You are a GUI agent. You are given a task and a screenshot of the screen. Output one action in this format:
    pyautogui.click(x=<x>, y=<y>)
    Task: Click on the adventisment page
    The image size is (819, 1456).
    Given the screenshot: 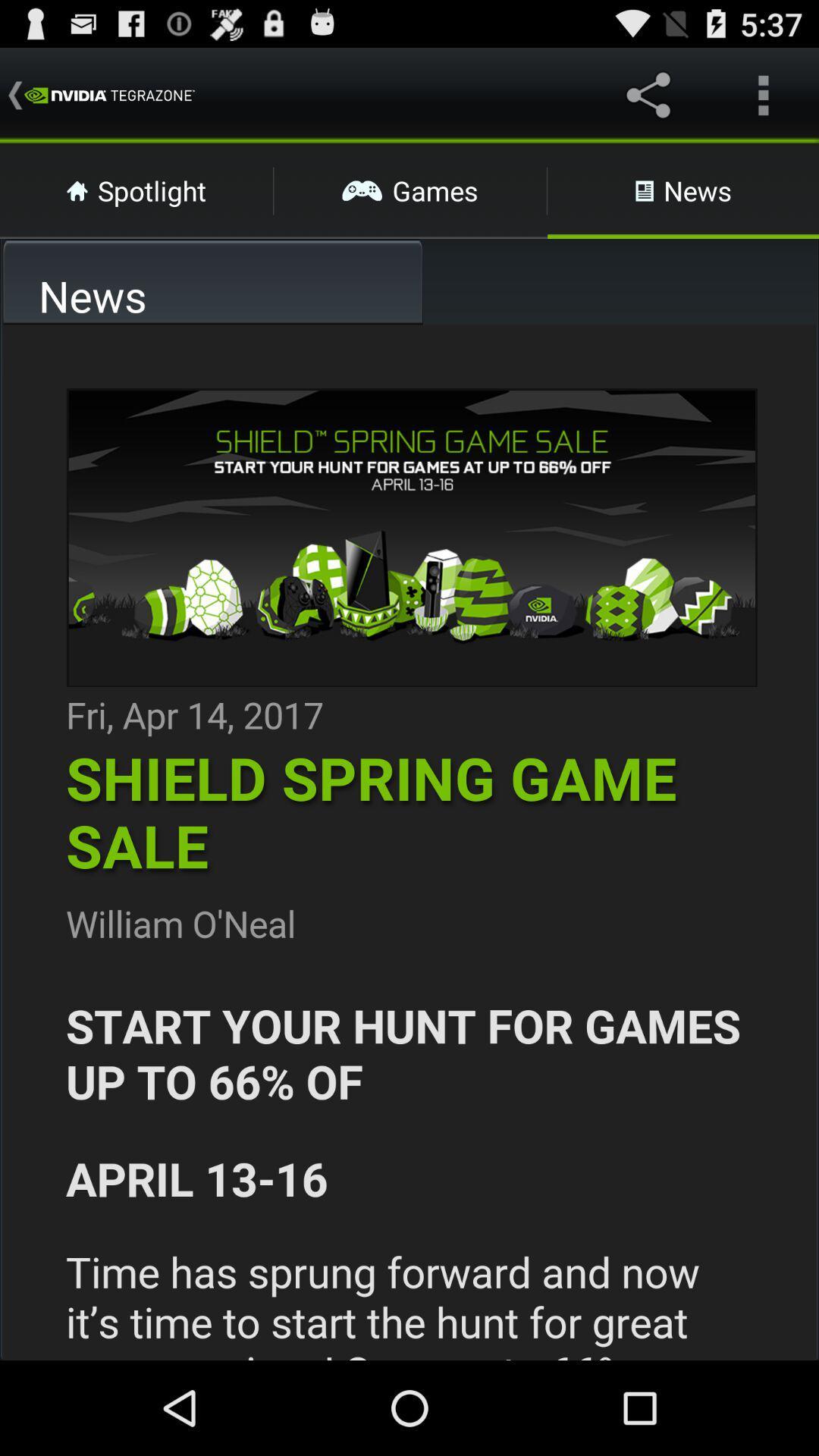 What is the action you would take?
    pyautogui.click(x=409, y=842)
    